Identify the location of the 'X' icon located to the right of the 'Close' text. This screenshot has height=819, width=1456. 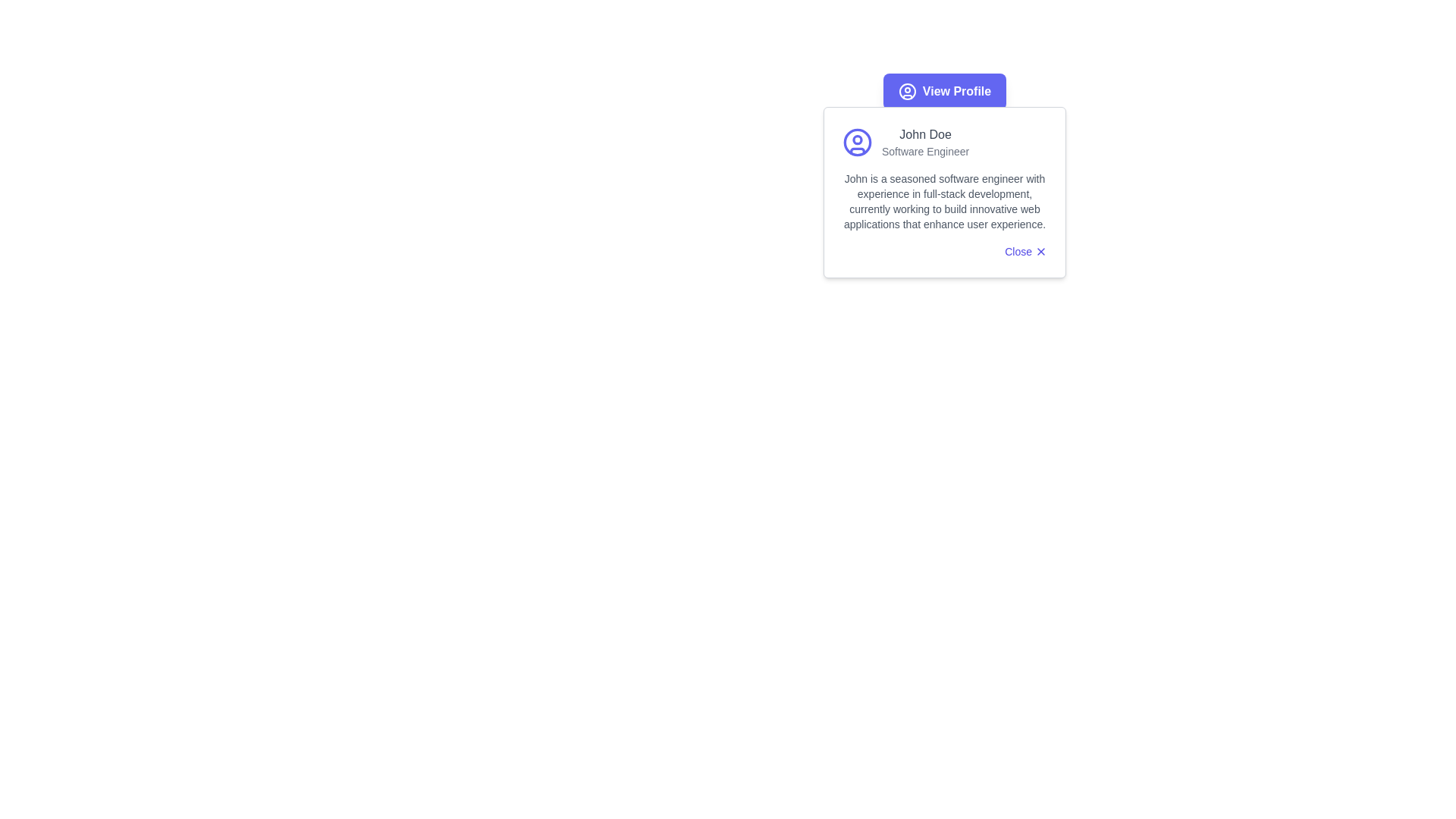
(1040, 250).